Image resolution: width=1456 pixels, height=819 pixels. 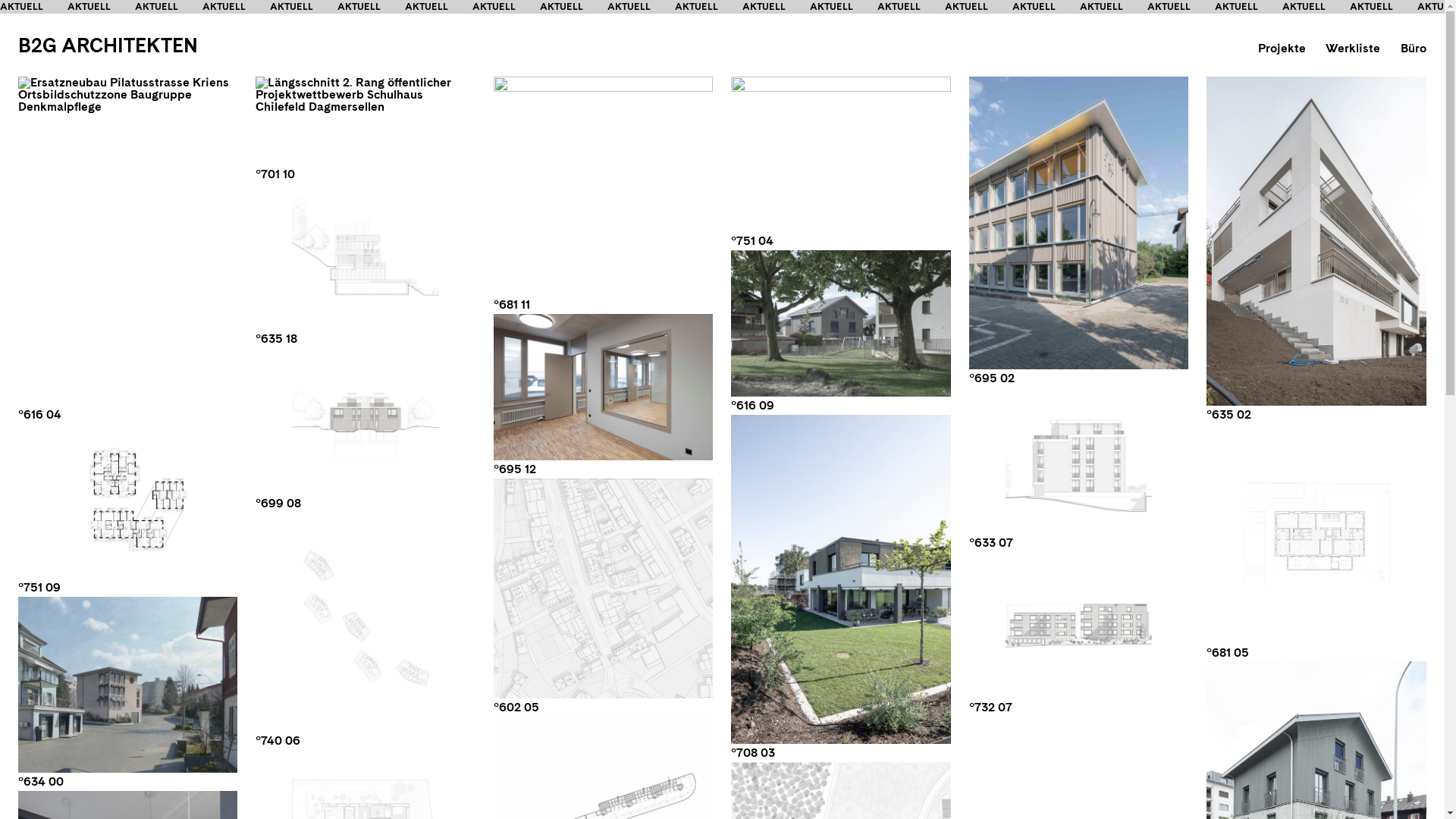 I want to click on 'Projekte', so click(x=1281, y=47).